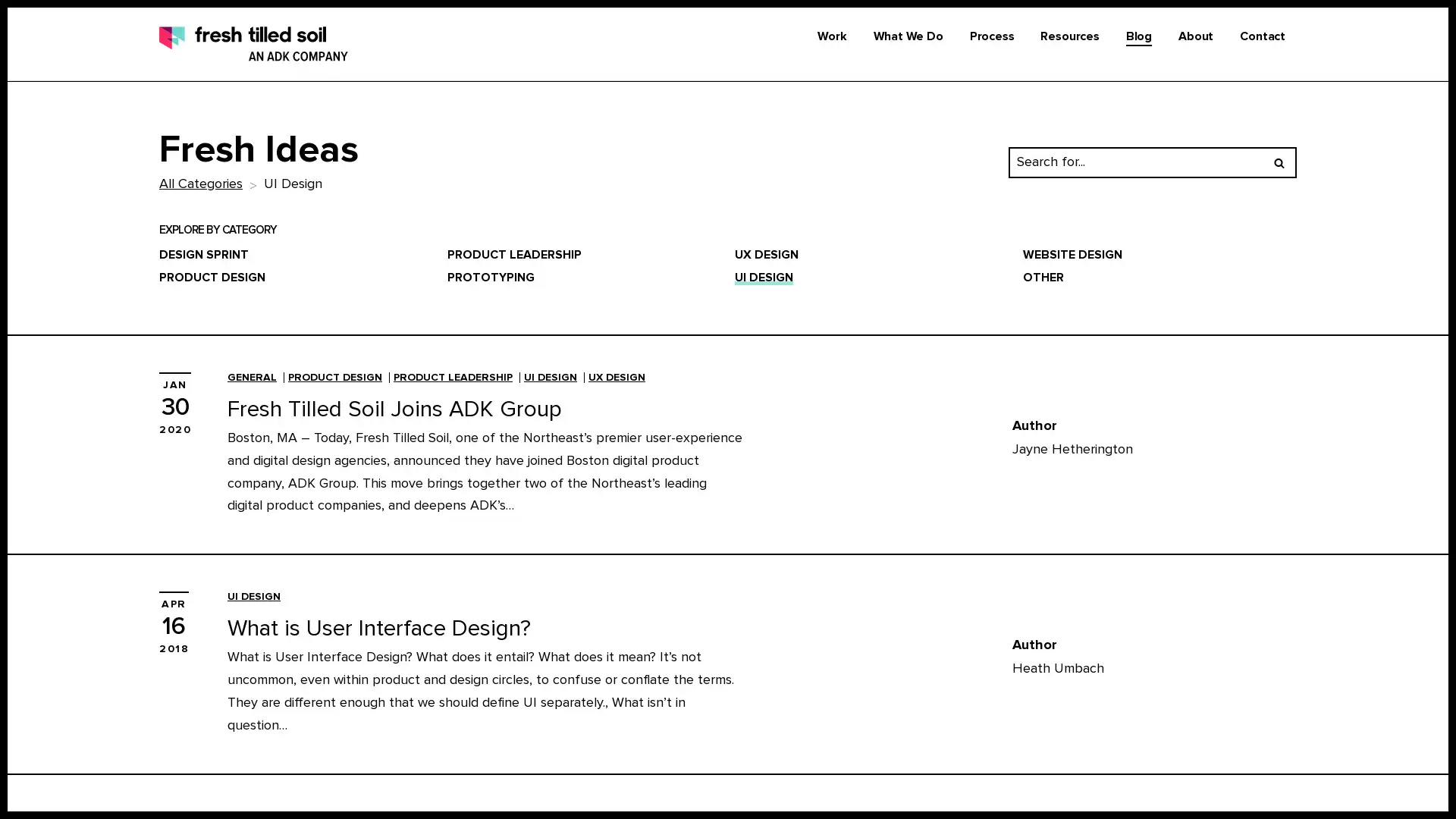 The image size is (1456, 819). What do you see at coordinates (1278, 161) in the screenshot?
I see `SUBMIT SEARCH` at bounding box center [1278, 161].